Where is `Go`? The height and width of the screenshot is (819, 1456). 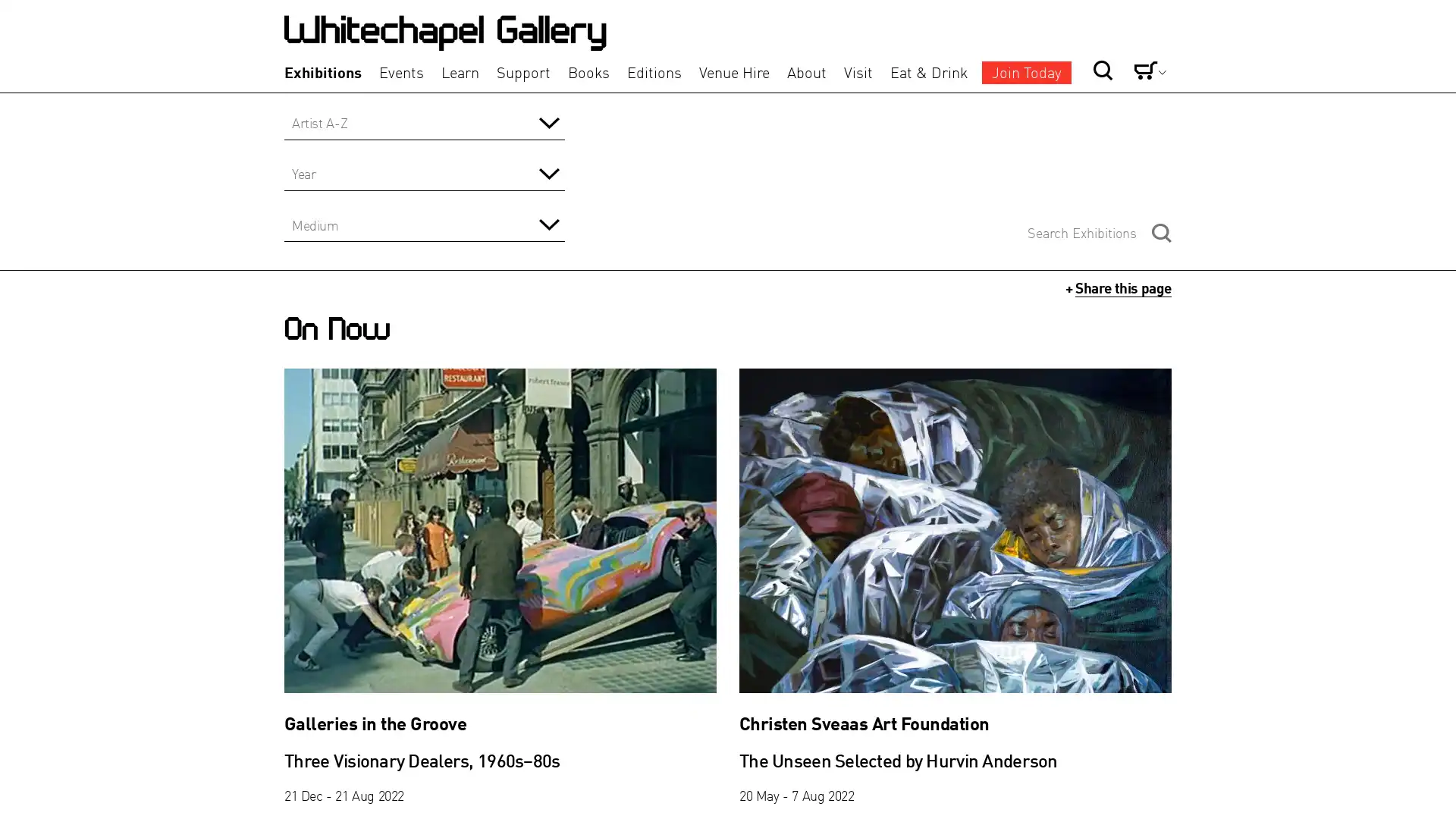
Go is located at coordinates (1051, 44).